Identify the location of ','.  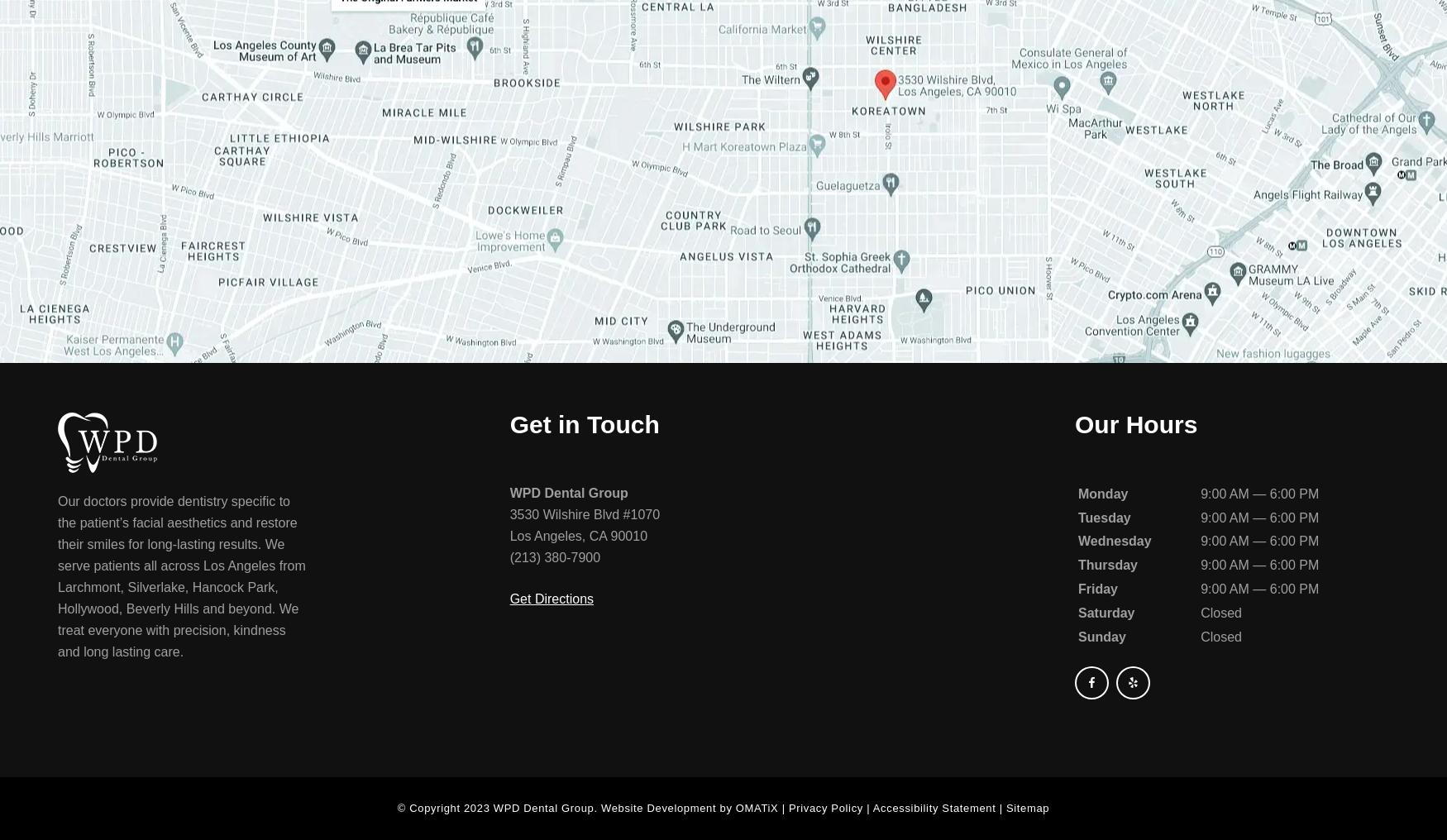
(580, 534).